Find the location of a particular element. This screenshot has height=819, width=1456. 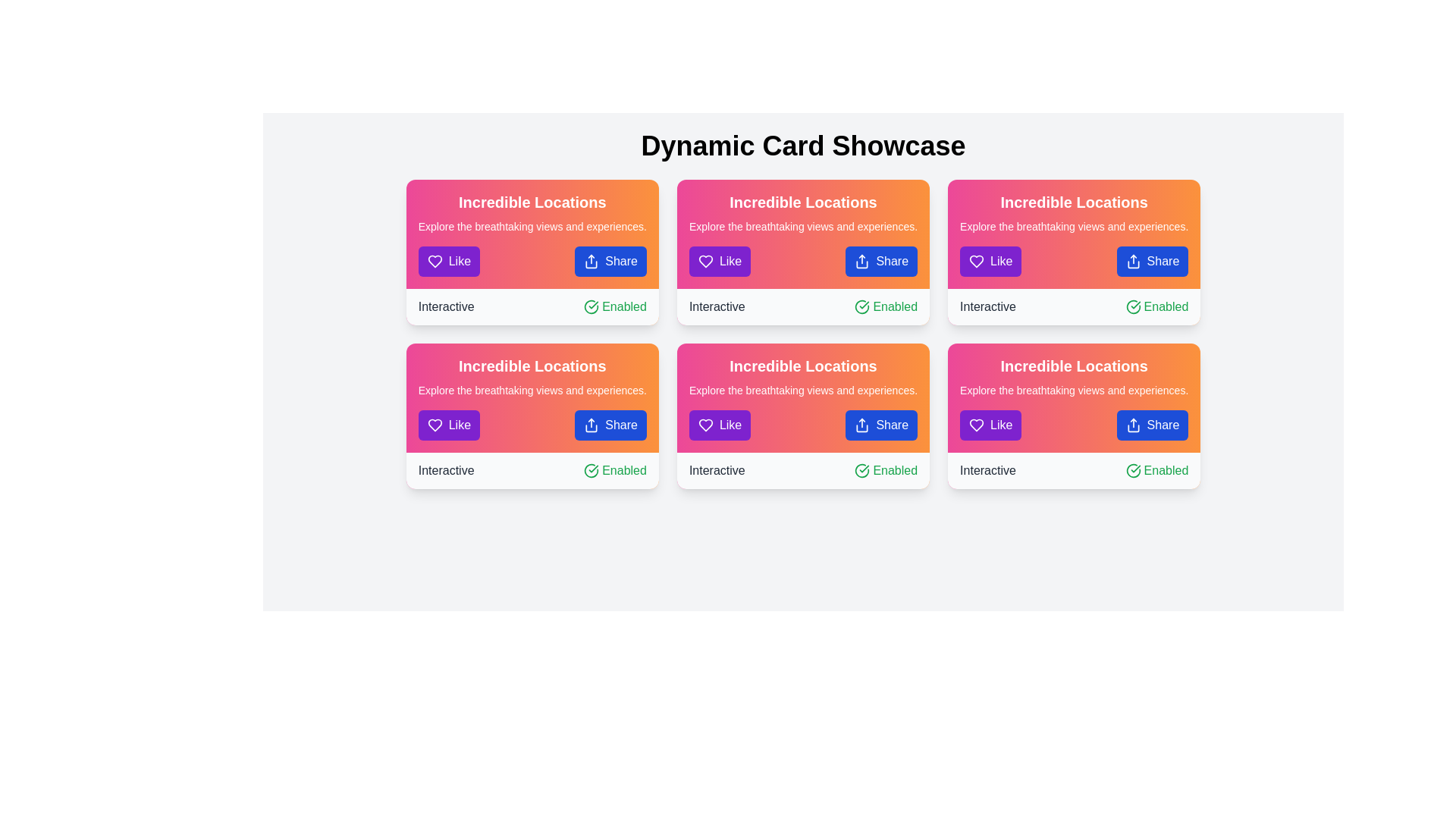

the status label indicating 'Enabled' in green color located in the lower-right corner of the 'Interactive' card is located at coordinates (1156, 470).